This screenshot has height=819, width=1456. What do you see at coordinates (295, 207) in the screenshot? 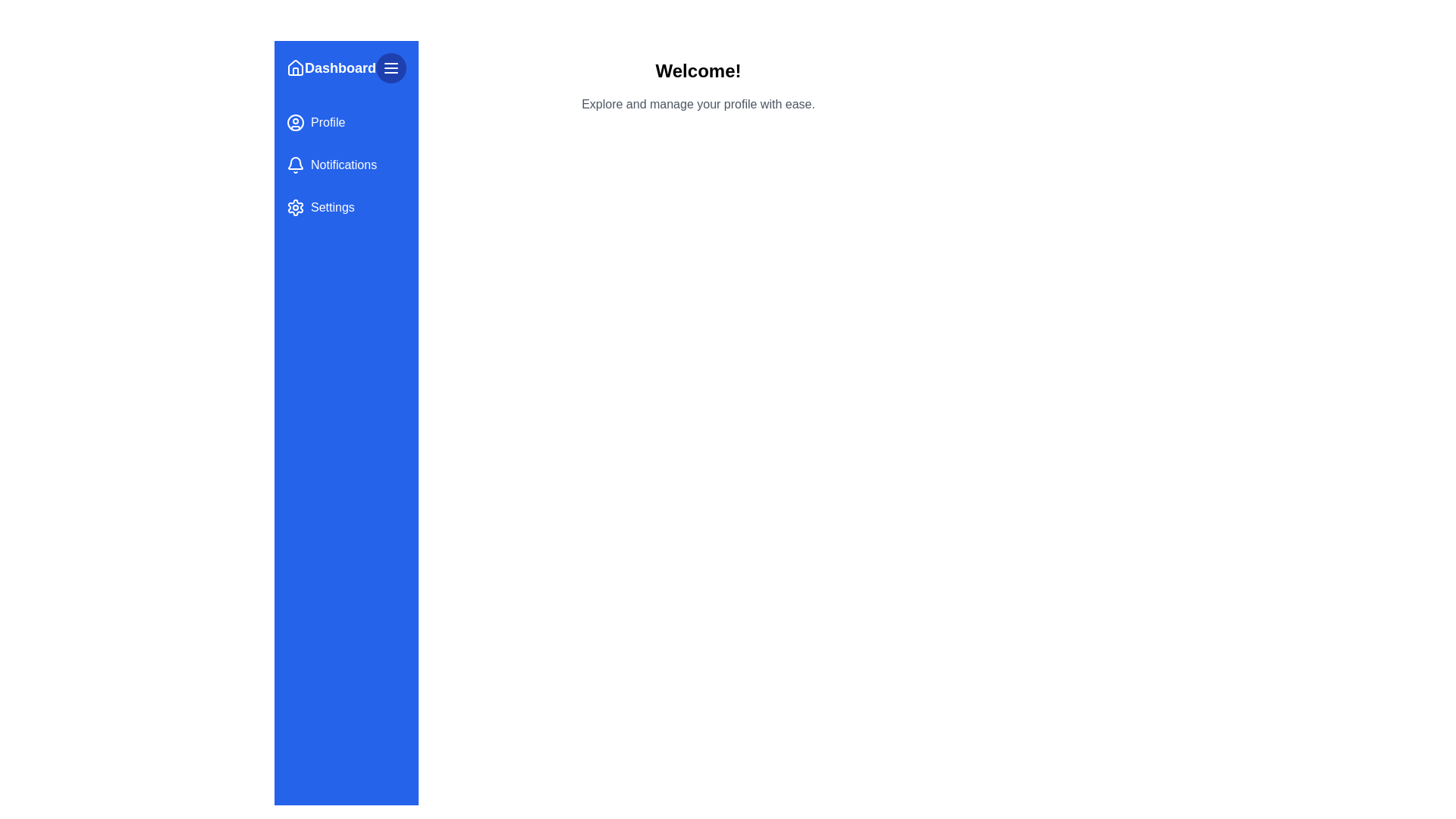
I see `the cogwheel icon representing the settings feature` at bounding box center [295, 207].